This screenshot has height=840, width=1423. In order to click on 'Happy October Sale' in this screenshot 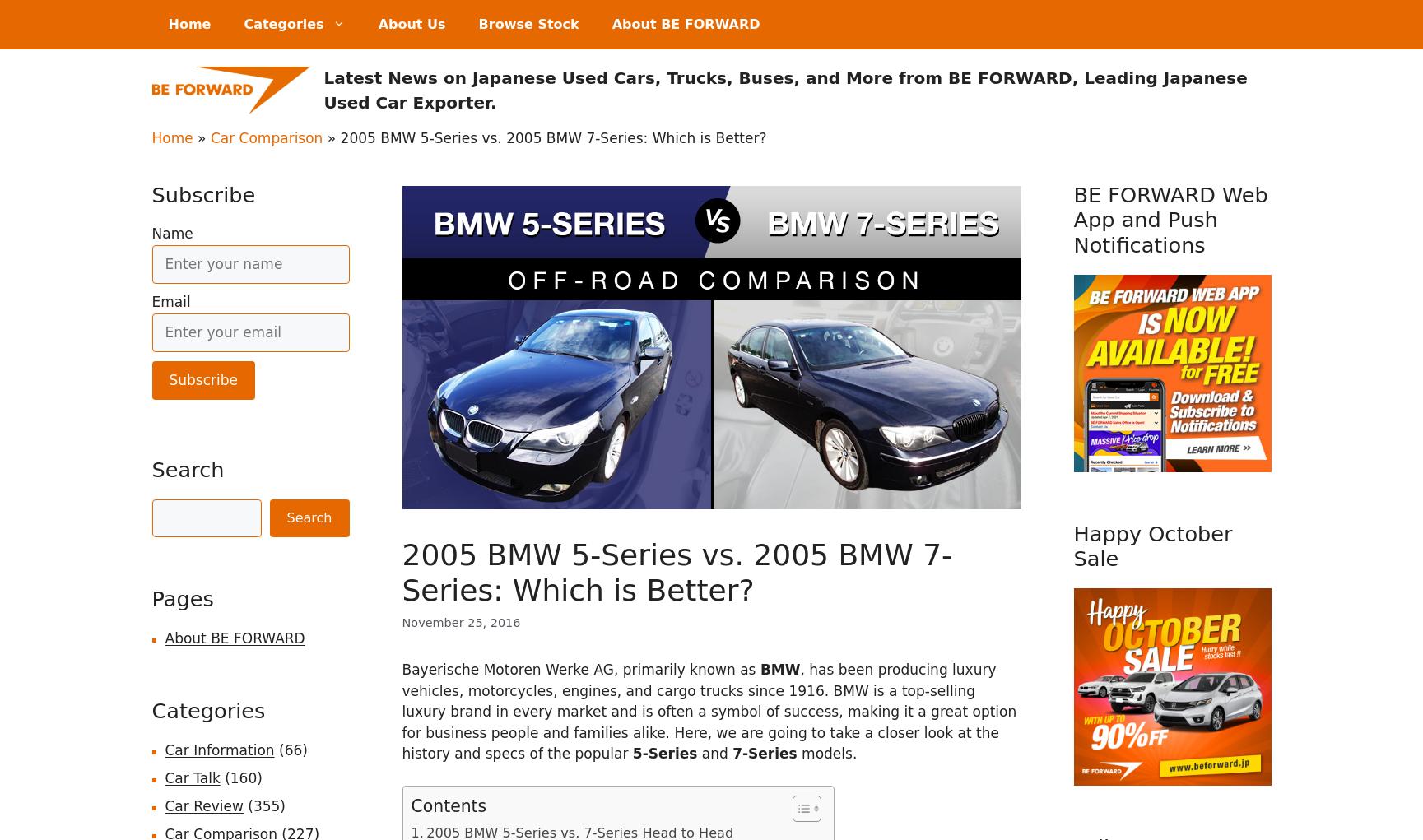, I will do `click(1151, 545)`.